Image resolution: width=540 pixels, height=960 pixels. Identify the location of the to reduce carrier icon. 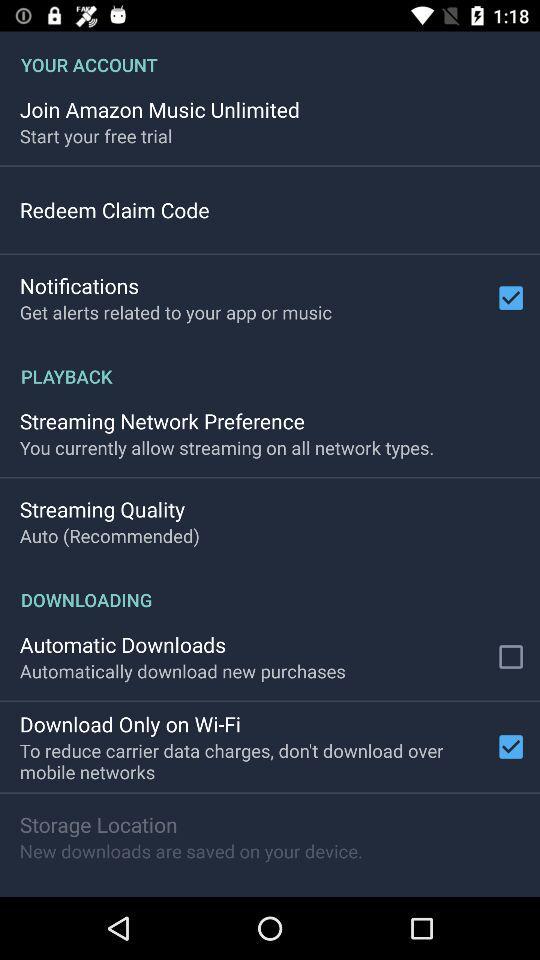
(253, 760).